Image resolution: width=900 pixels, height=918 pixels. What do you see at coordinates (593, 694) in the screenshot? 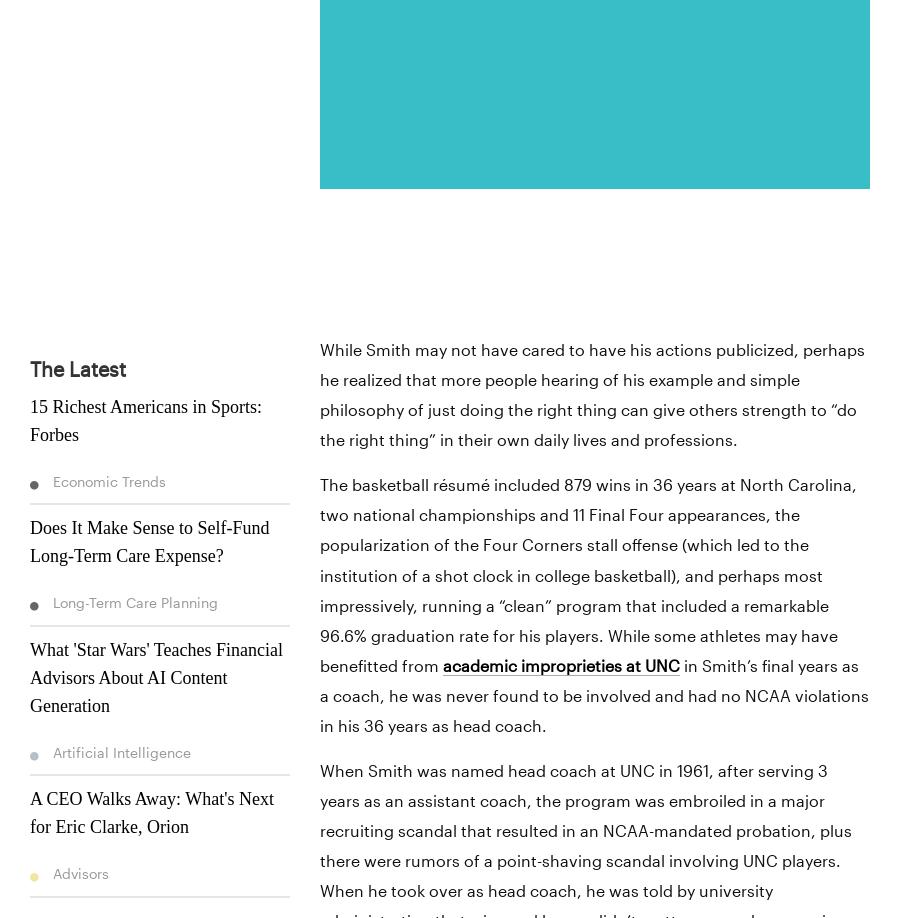
I see `'in Smith’s final years as a coach, he was never found to be involved and had no NCAA violations in his 36 years as head coach.'` at bounding box center [593, 694].